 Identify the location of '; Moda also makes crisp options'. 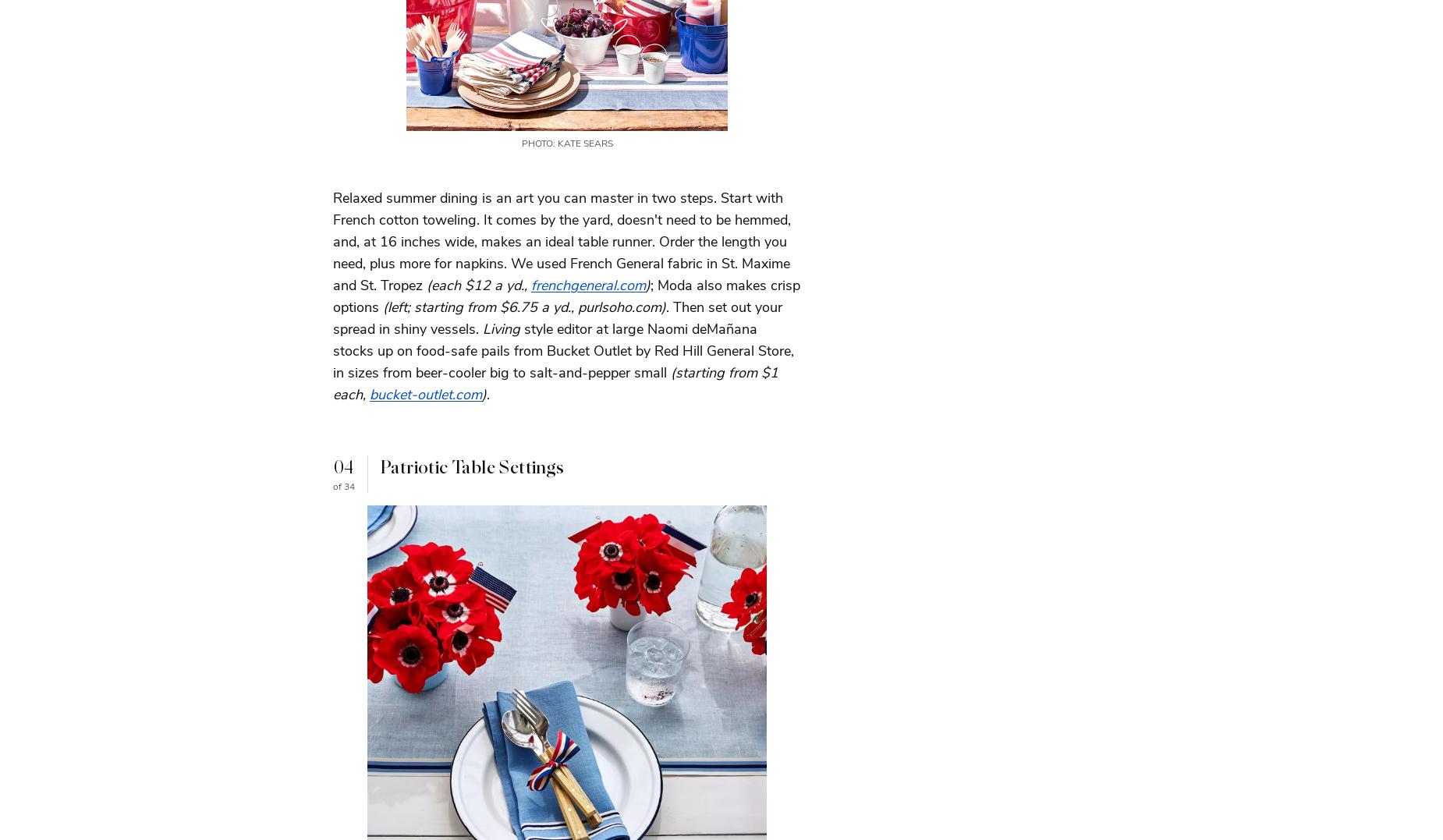
(331, 295).